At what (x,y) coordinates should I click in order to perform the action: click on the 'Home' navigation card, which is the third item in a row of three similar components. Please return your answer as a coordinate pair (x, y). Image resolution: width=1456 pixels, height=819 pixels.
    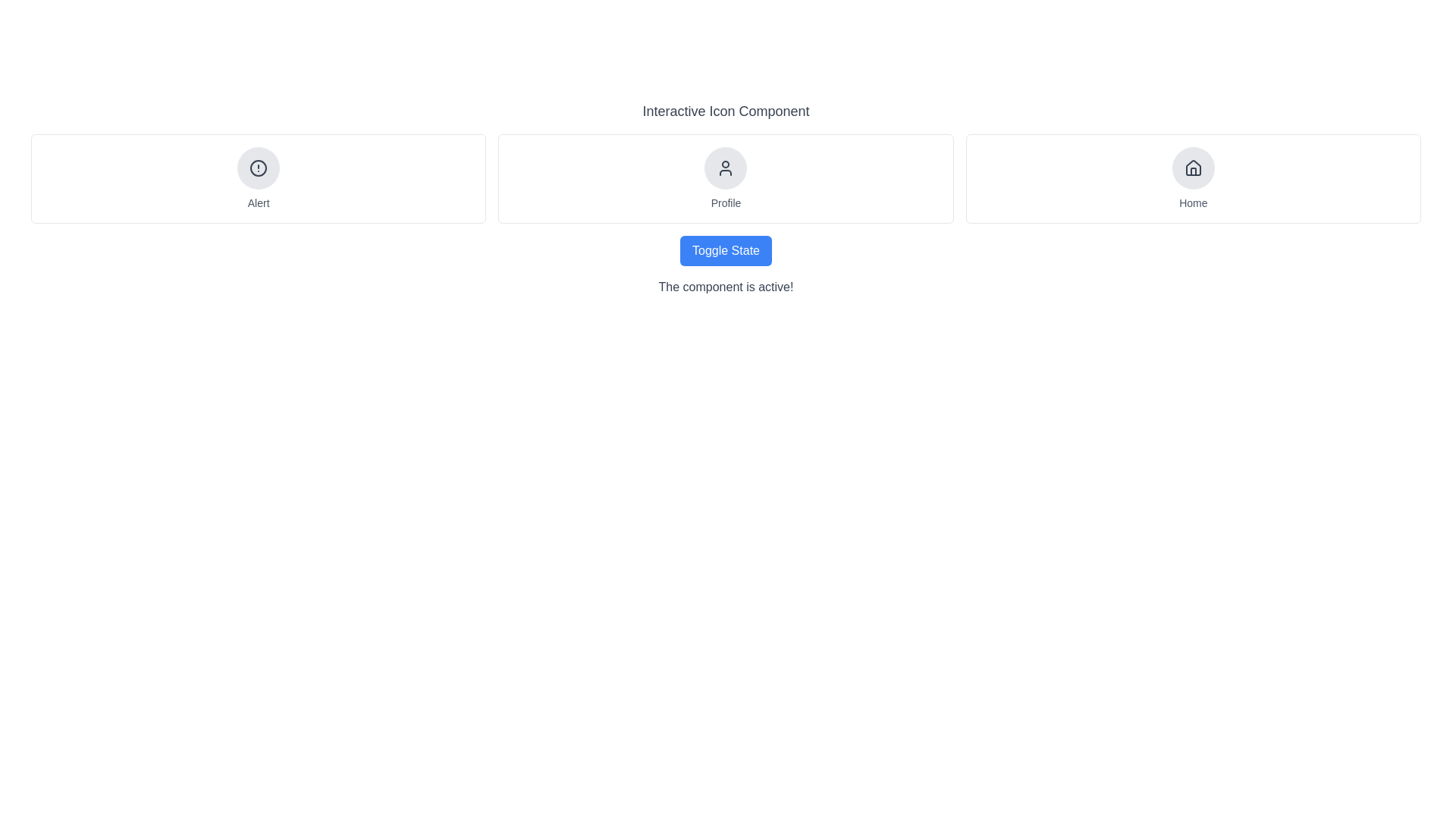
    Looking at the image, I should click on (1192, 177).